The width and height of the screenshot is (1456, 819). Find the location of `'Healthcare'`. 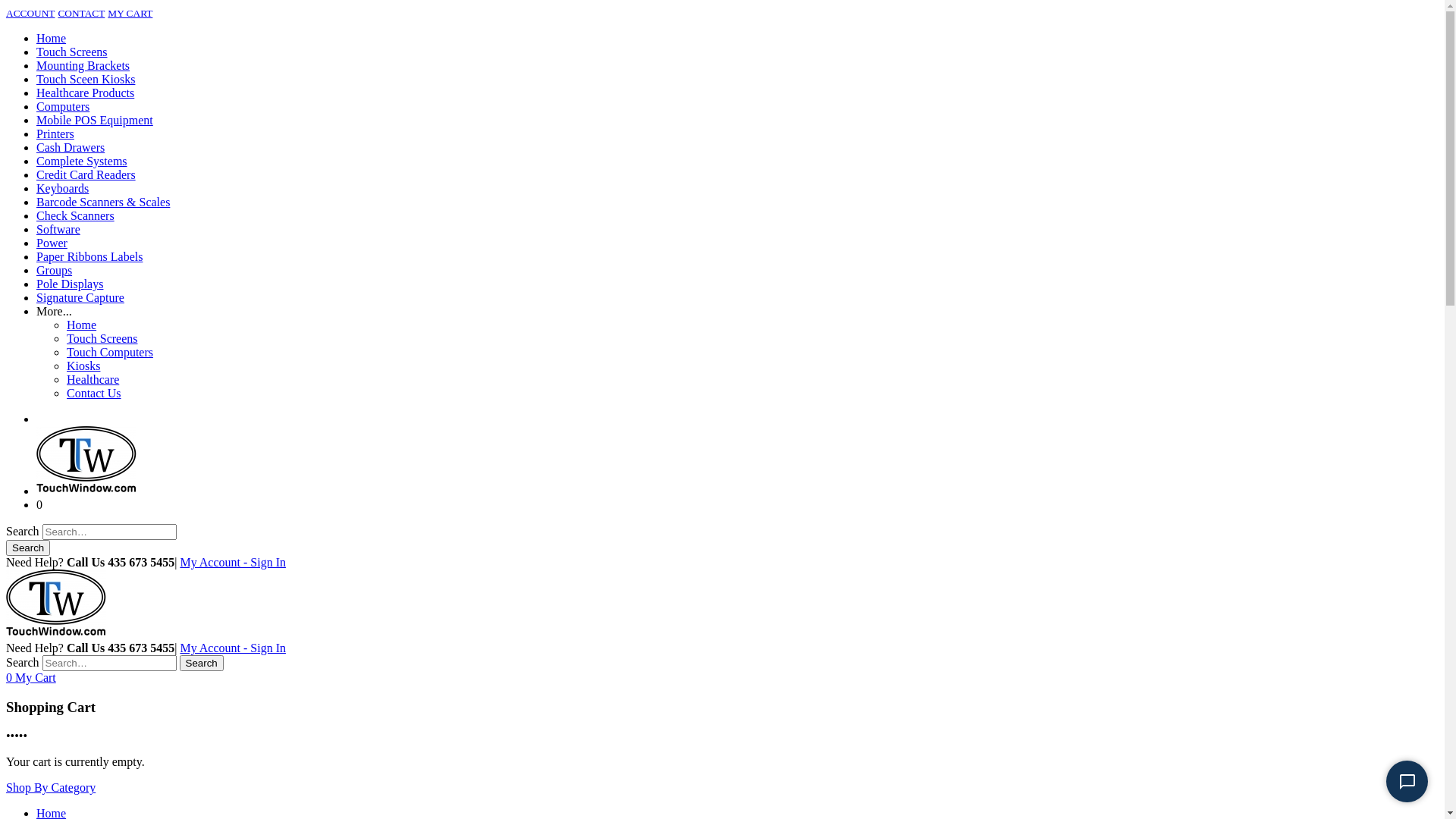

'Healthcare' is located at coordinates (92, 378).